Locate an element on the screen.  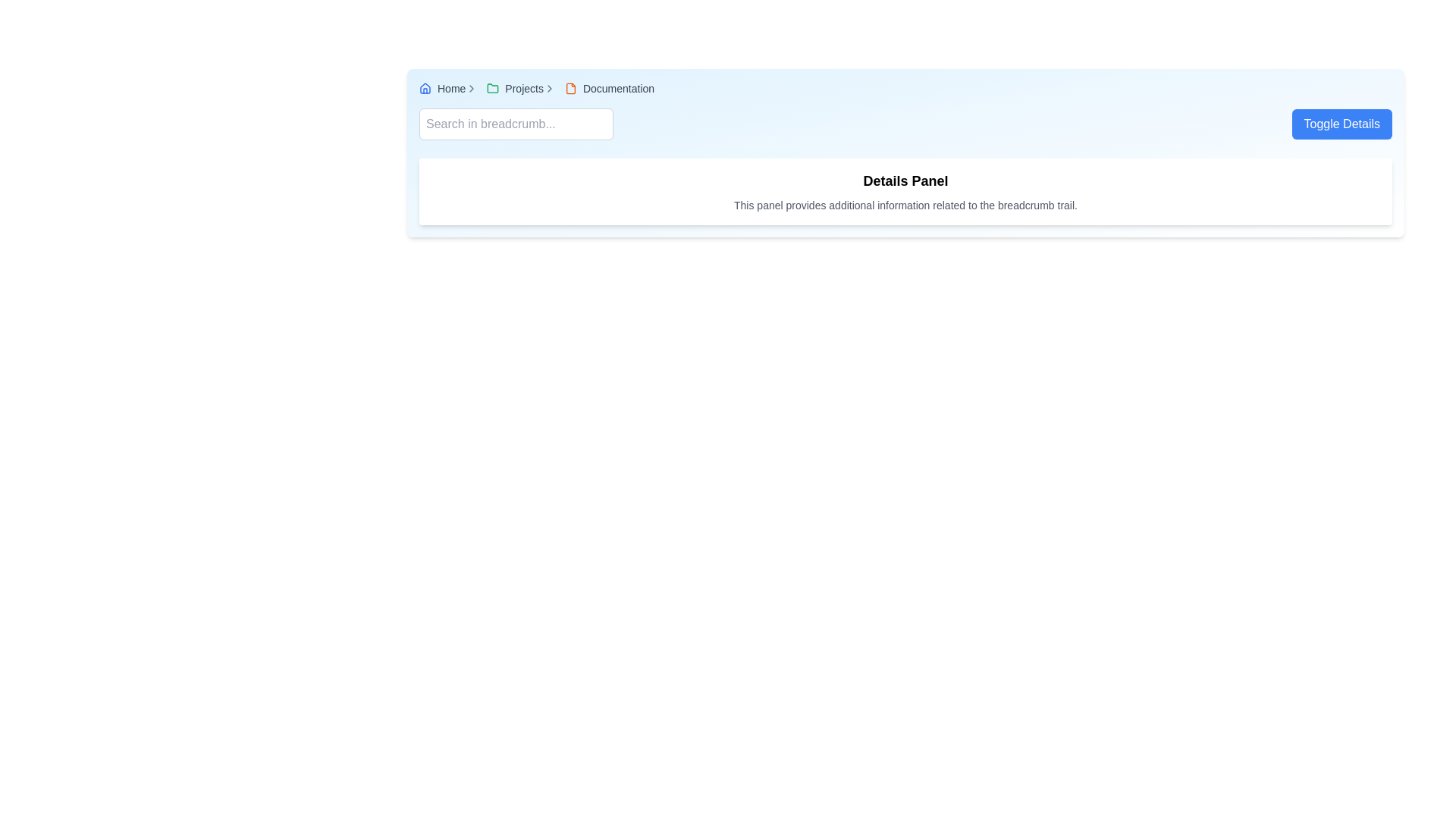
the 'Documentation' text label, which is styled in gray and located at the end of the breadcrumb navigation bar is located at coordinates (619, 88).